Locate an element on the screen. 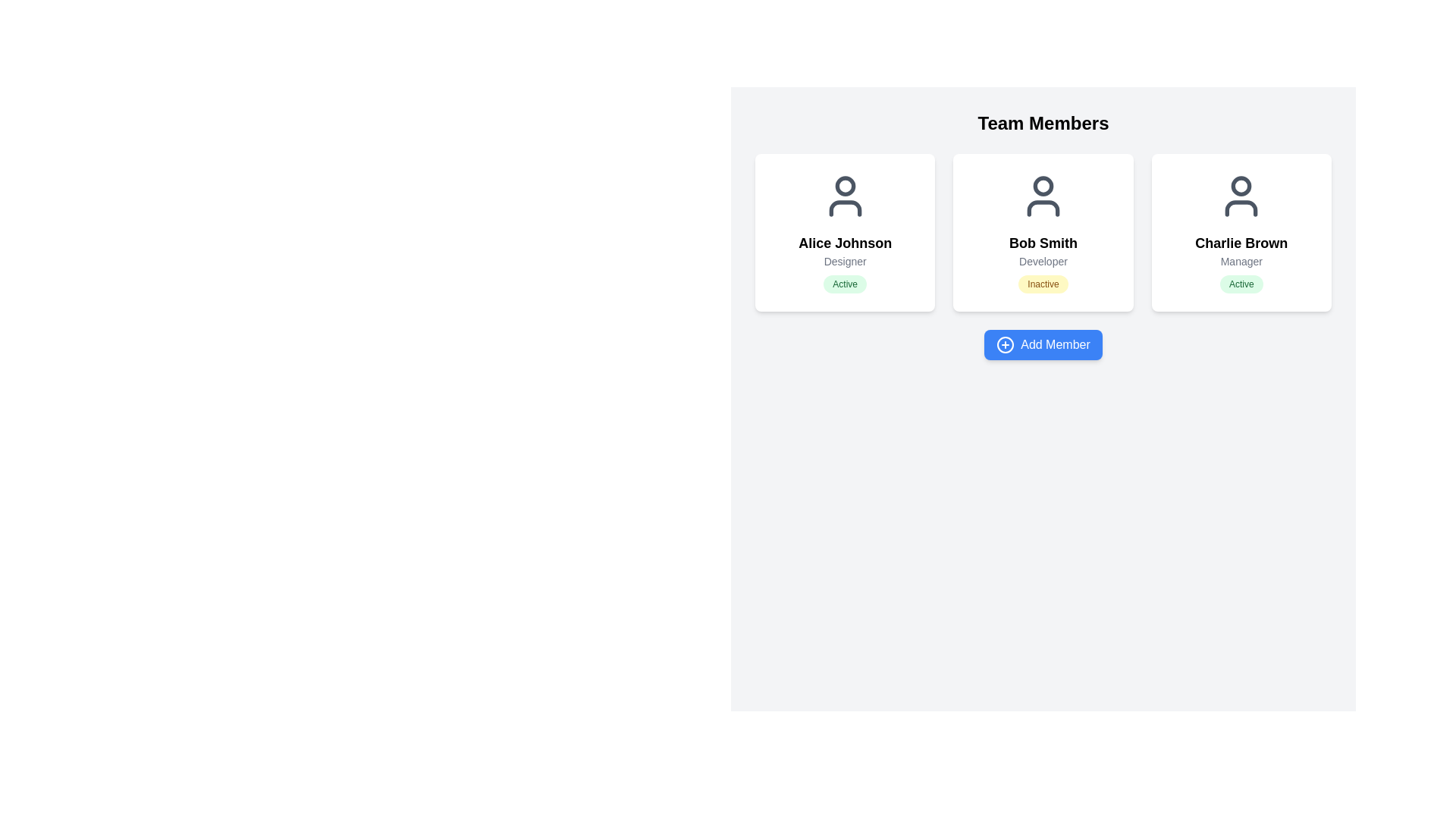 The image size is (1456, 819). text label displaying 'Designer' located centrally within the card layout, beneath the name 'Alice Johnson' and above the 'Active' status indicator is located at coordinates (844, 260).